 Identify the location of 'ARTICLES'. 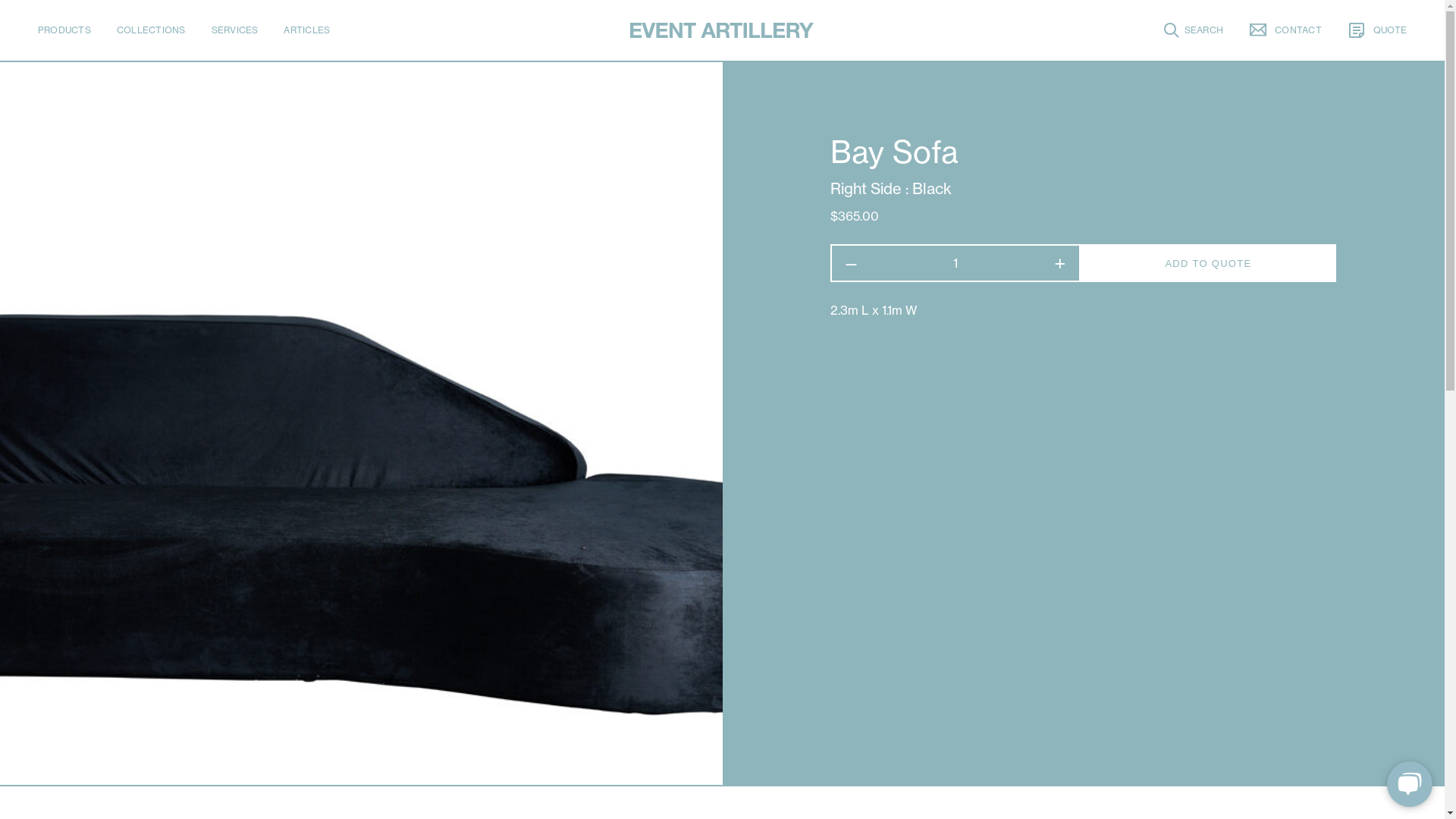
(306, 30).